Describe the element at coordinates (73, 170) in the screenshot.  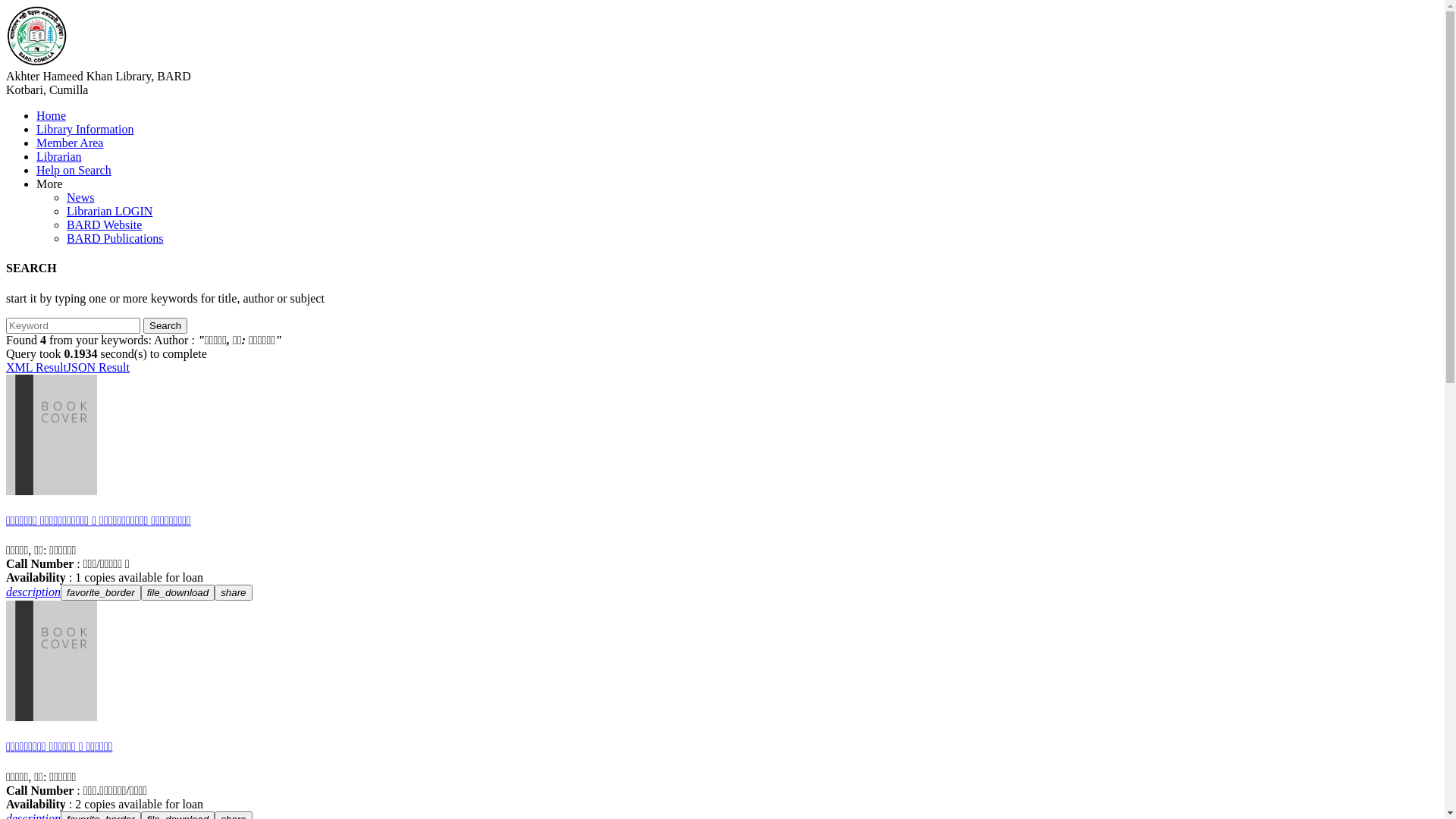
I see `'Help on Search'` at that location.